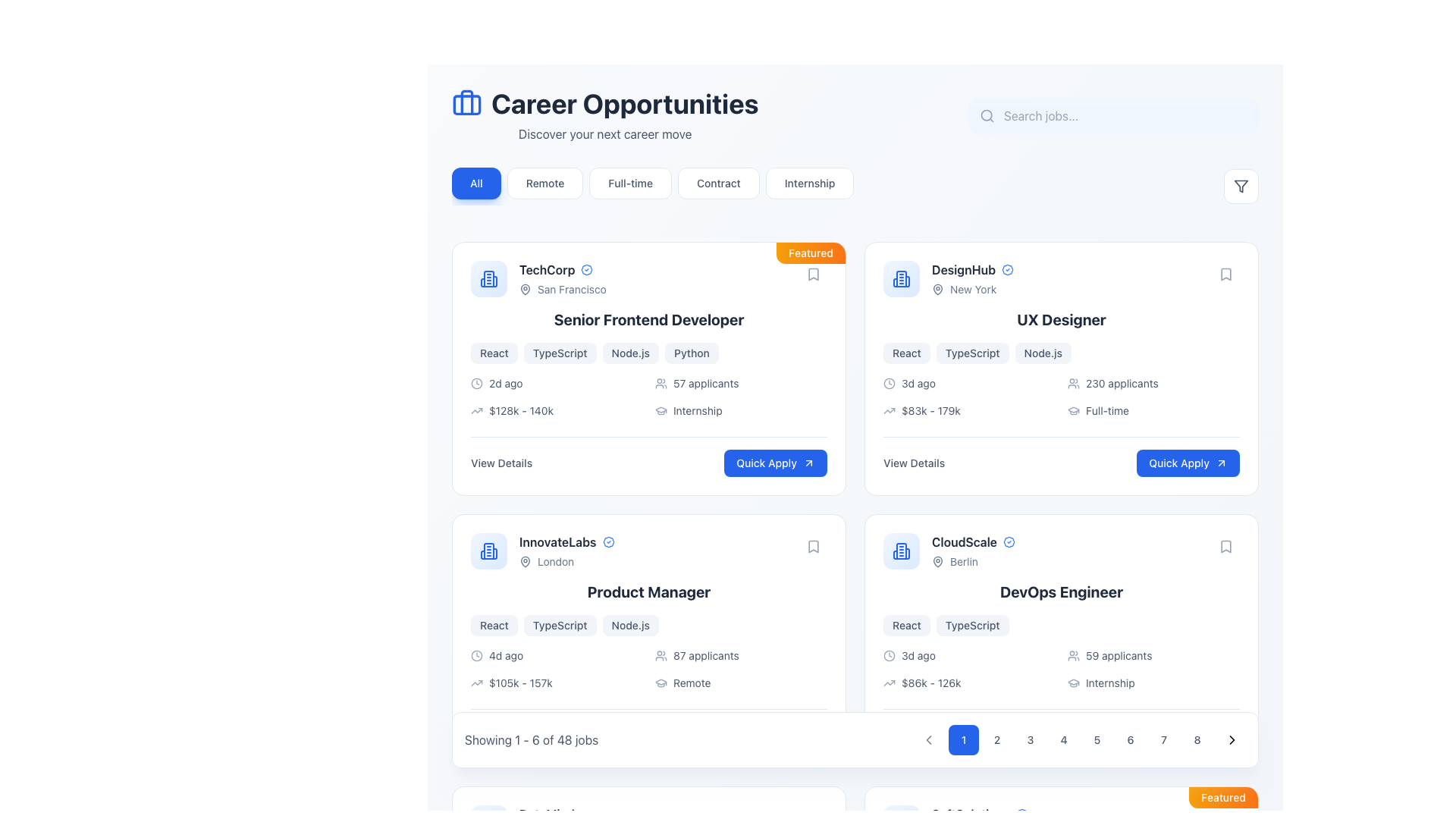 The image size is (1456, 819). I want to click on the rounded square button labeled '6', so click(1131, 739).